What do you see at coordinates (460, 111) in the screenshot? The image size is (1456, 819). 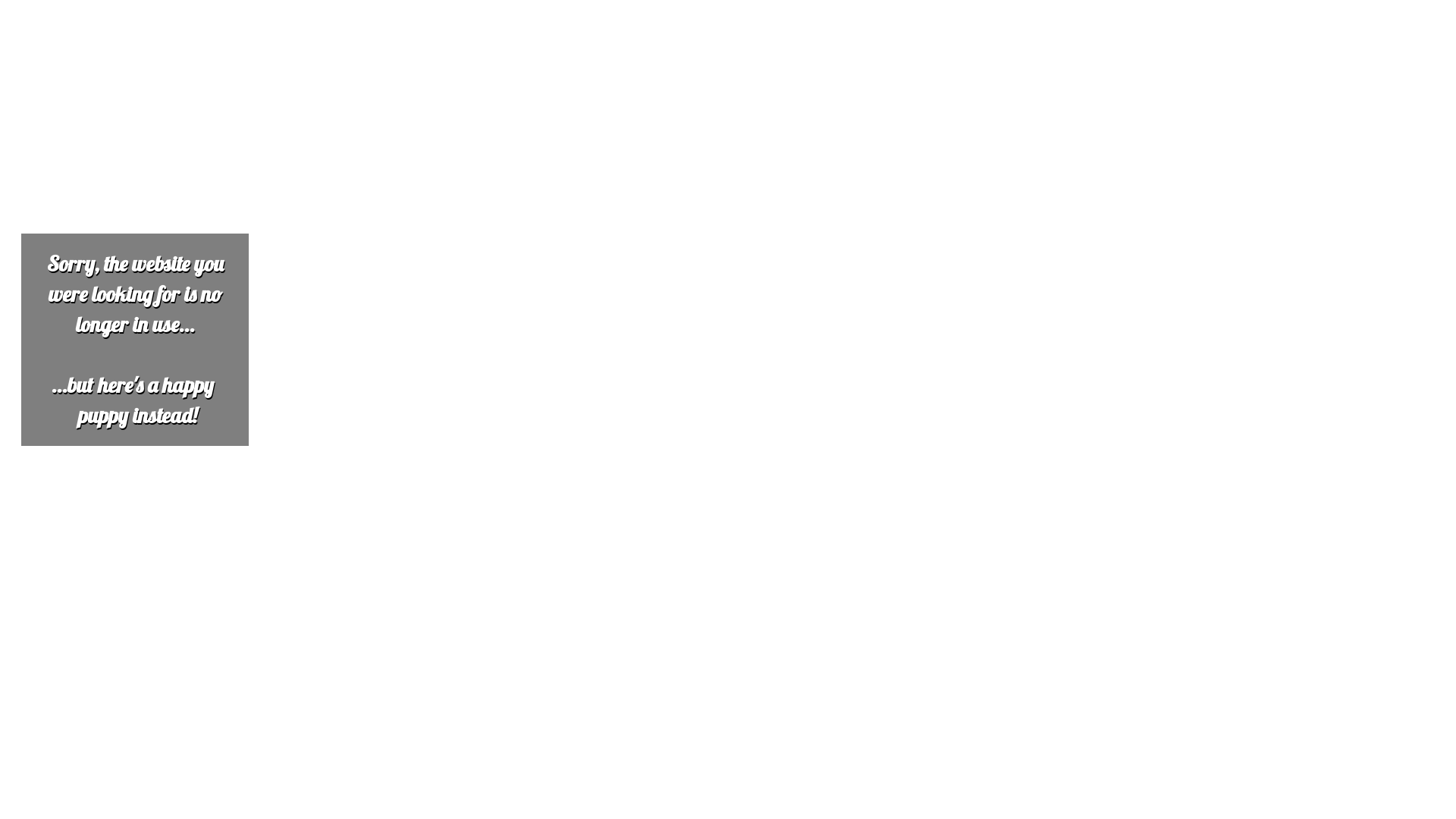 I see `'Advertisement'` at bounding box center [460, 111].